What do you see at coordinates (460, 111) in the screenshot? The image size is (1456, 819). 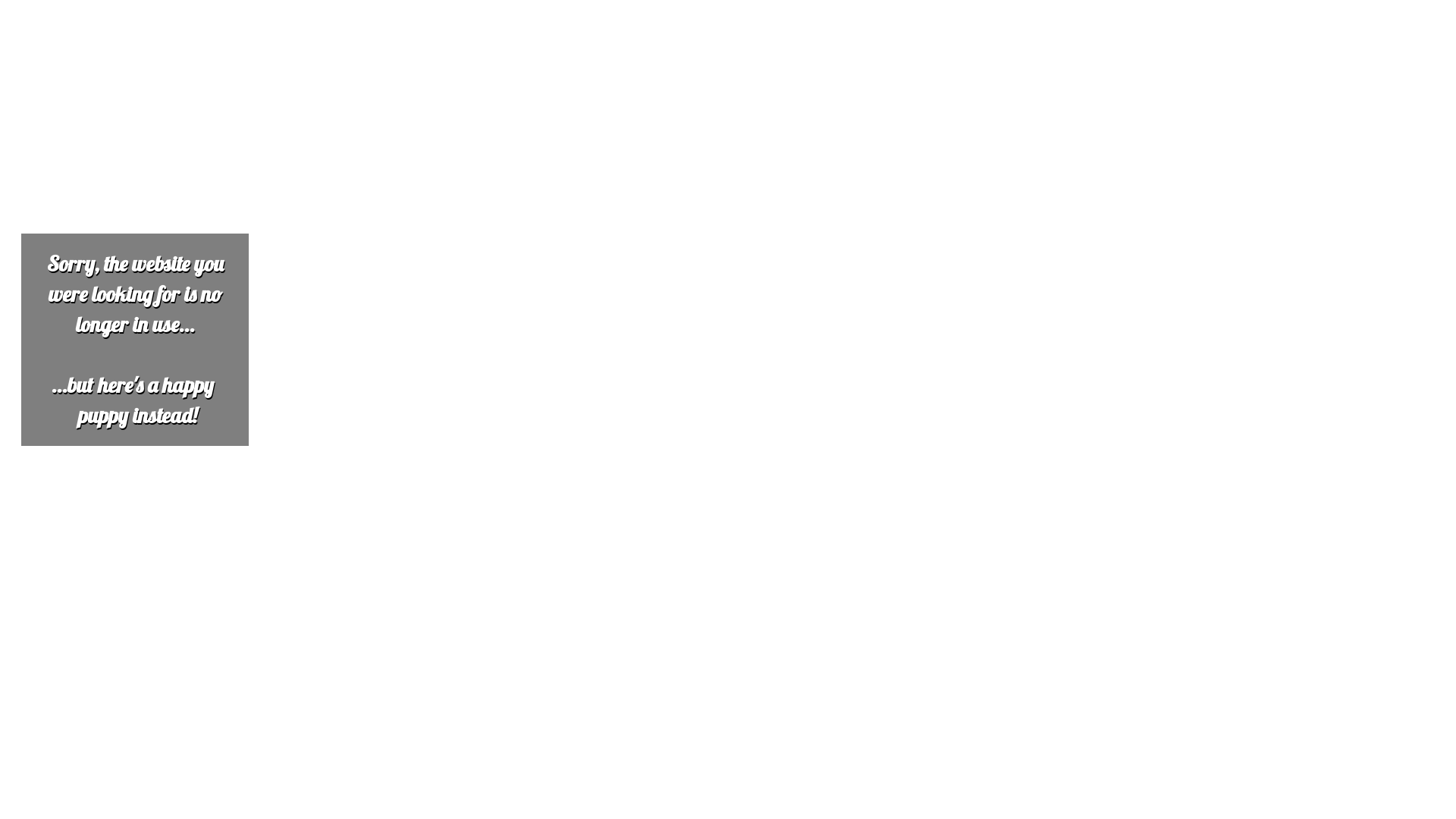 I see `'Advertisement'` at bounding box center [460, 111].